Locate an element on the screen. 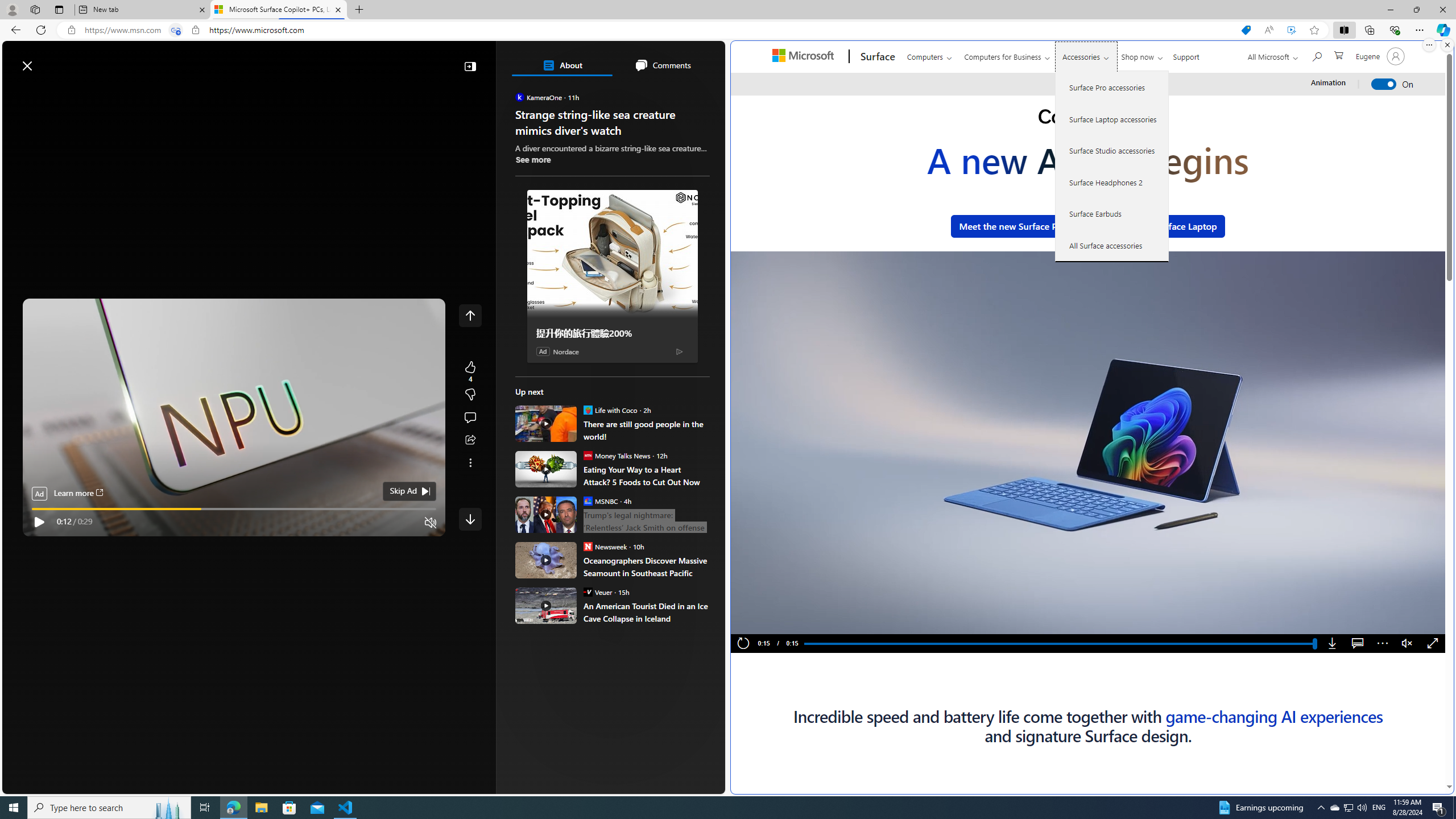 The width and height of the screenshot is (1456, 819). 'There are still good people in the world!' is located at coordinates (646, 429).